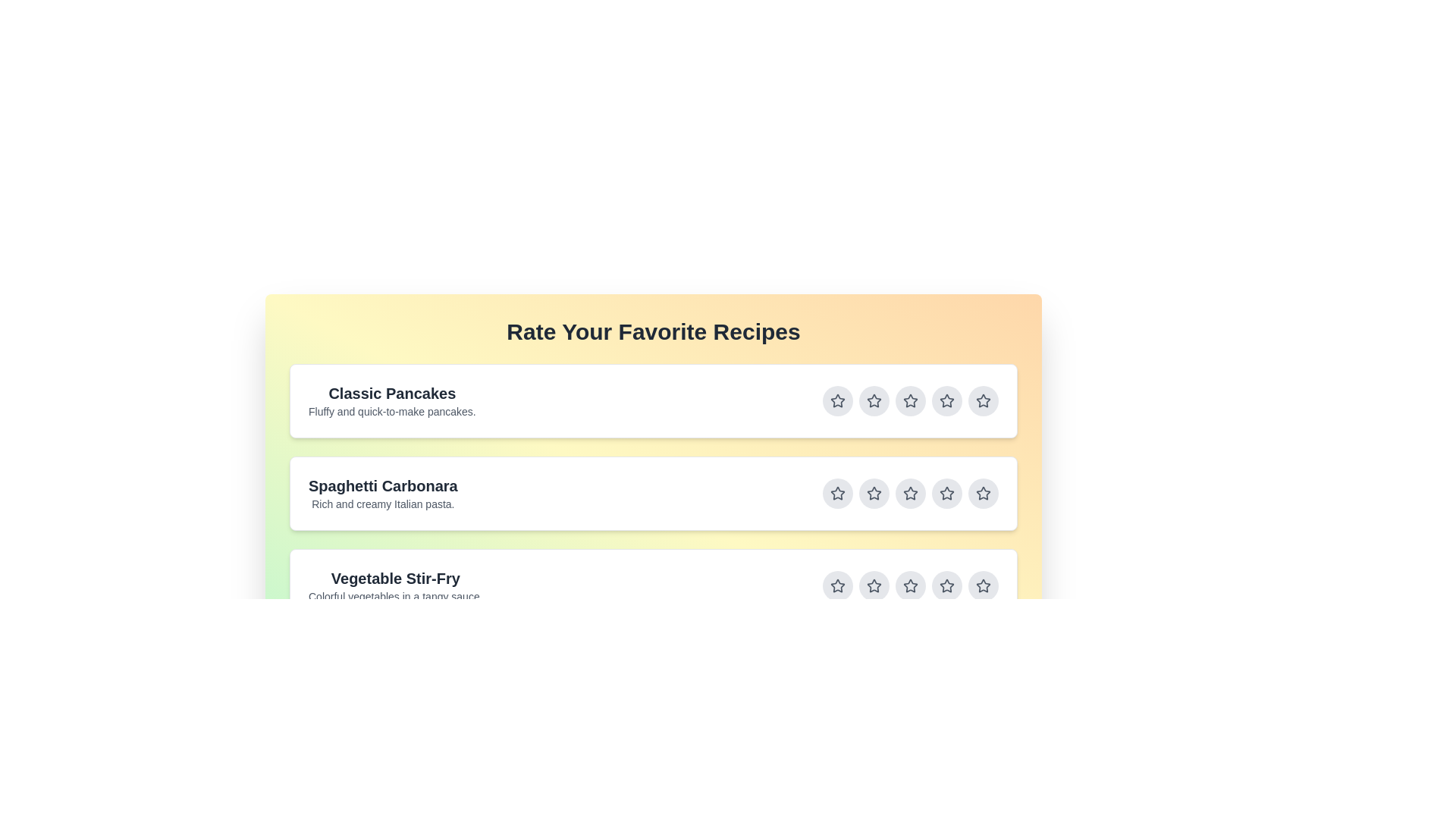 This screenshot has height=819, width=1456. Describe the element at coordinates (910, 400) in the screenshot. I see `the star button corresponding to 3 stars for the recipe titled Classic Pancakes` at that location.